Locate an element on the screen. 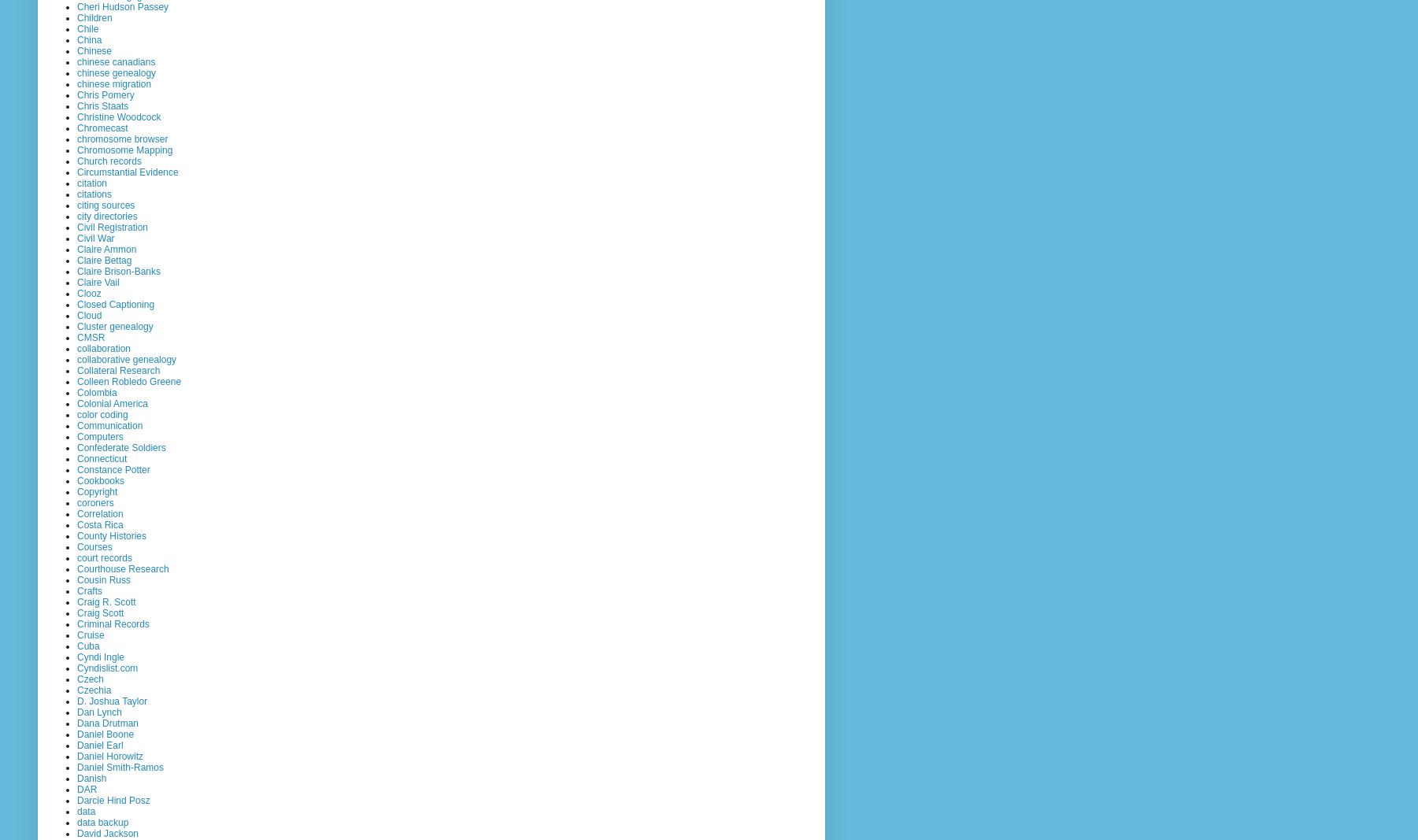 The width and height of the screenshot is (1418, 840). 'Colonial America' is located at coordinates (112, 402).